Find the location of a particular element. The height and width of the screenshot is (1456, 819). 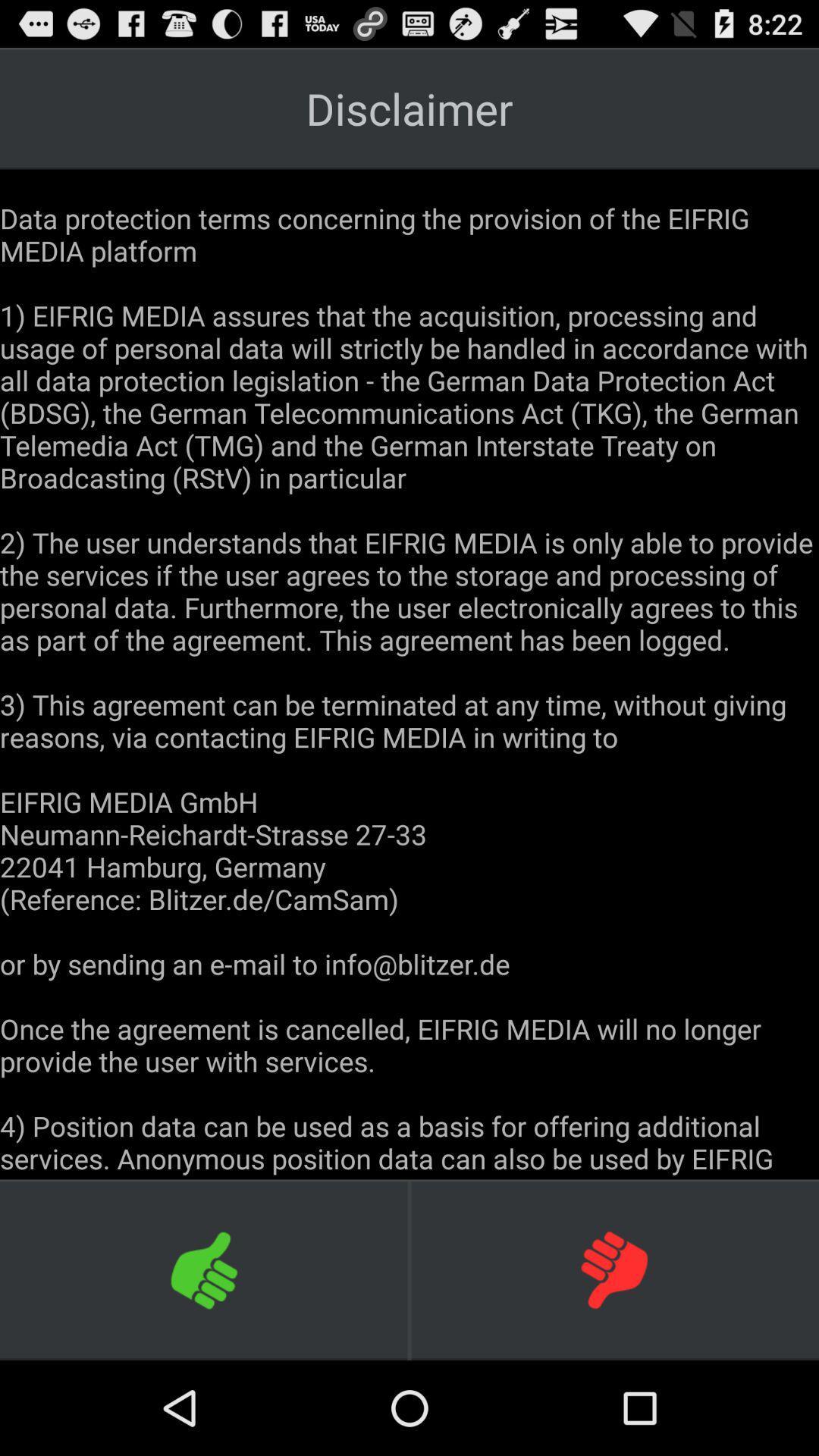

disagree with terms of use is located at coordinates (614, 1269).